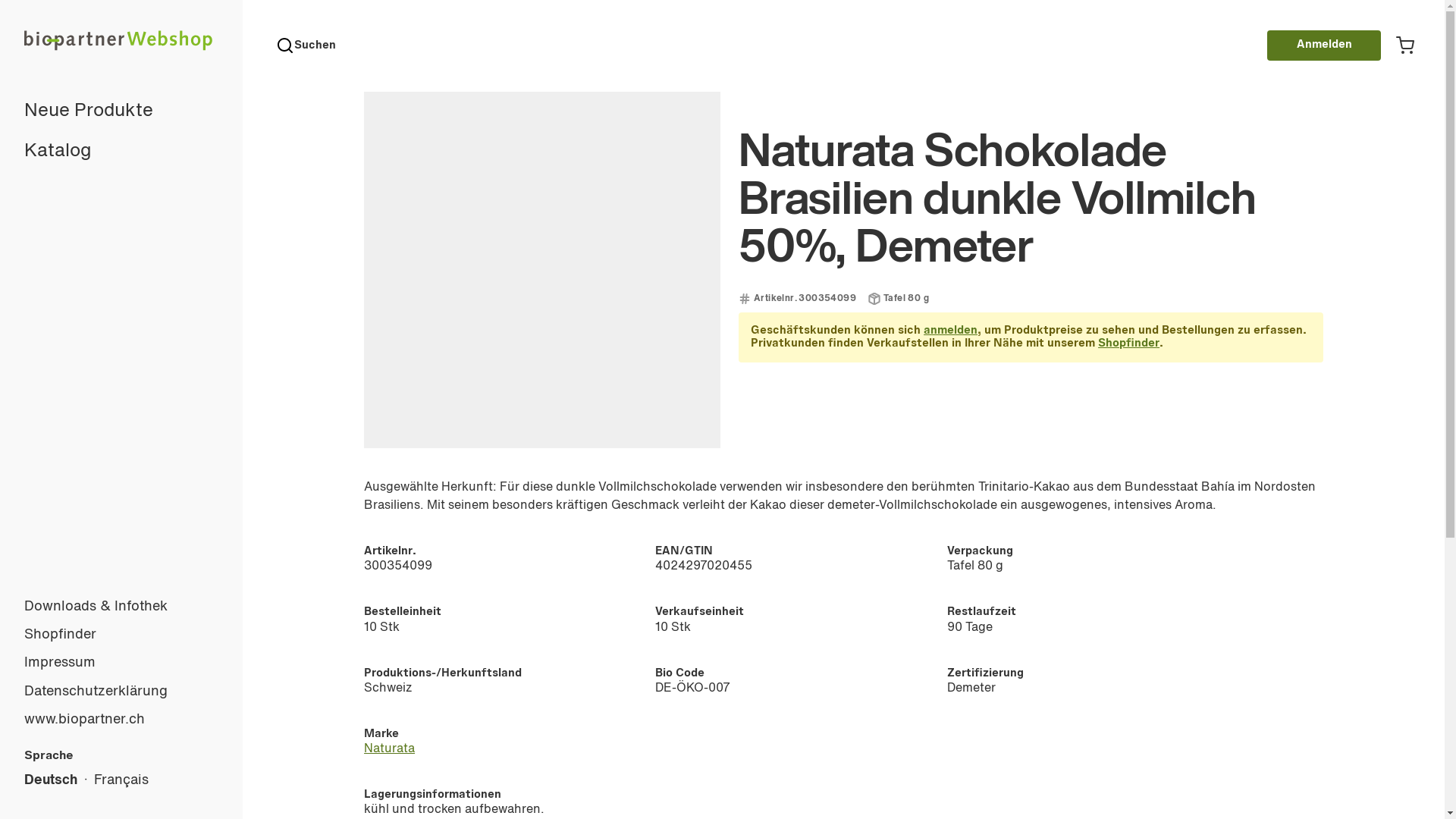  I want to click on 'Suchen', so click(305, 45).